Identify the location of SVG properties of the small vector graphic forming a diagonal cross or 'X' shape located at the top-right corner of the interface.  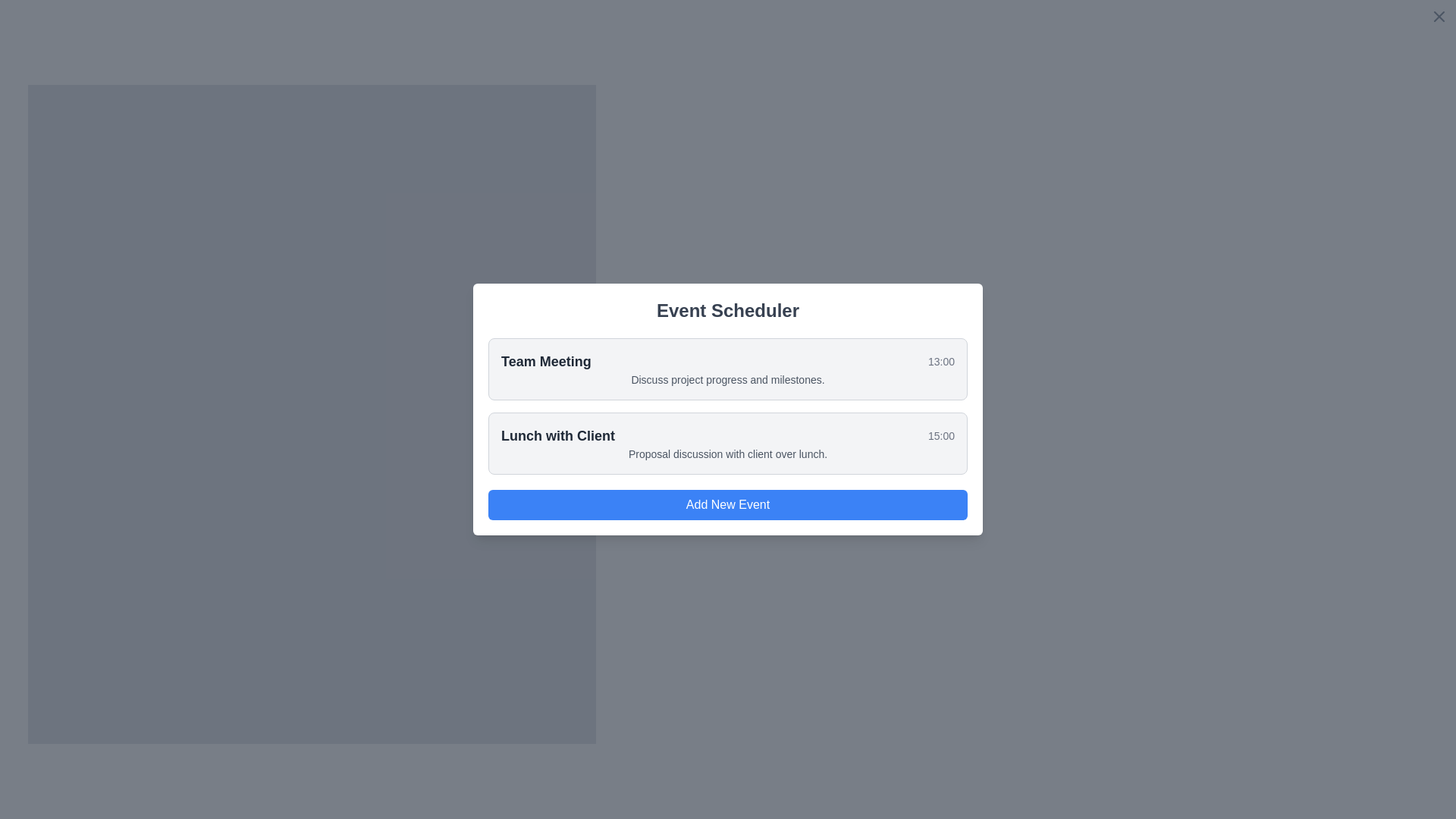
(1438, 17).